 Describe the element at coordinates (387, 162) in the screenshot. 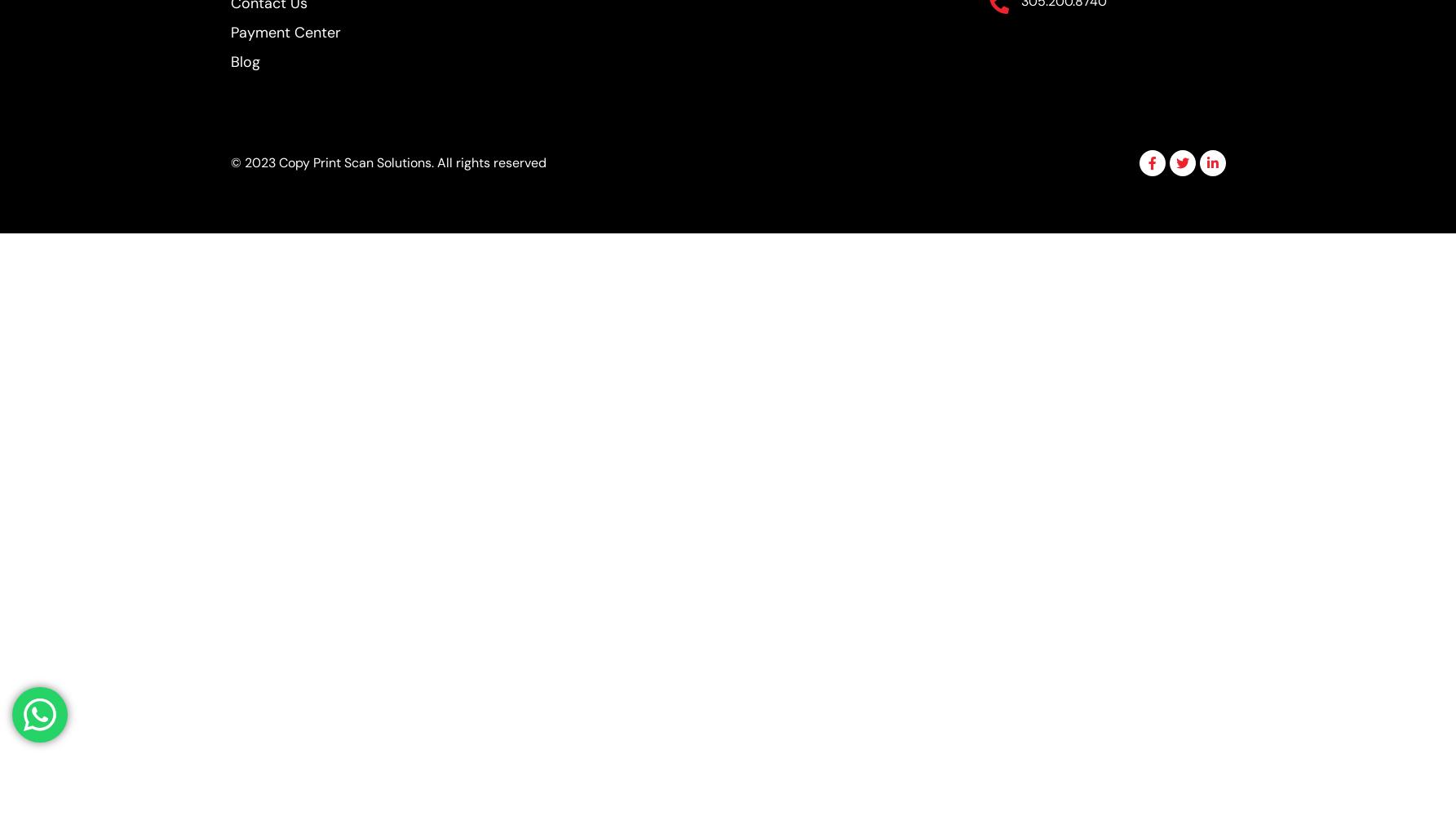

I see `'© 2023 Copy Print Scan Solutions. All rights reserved'` at that location.